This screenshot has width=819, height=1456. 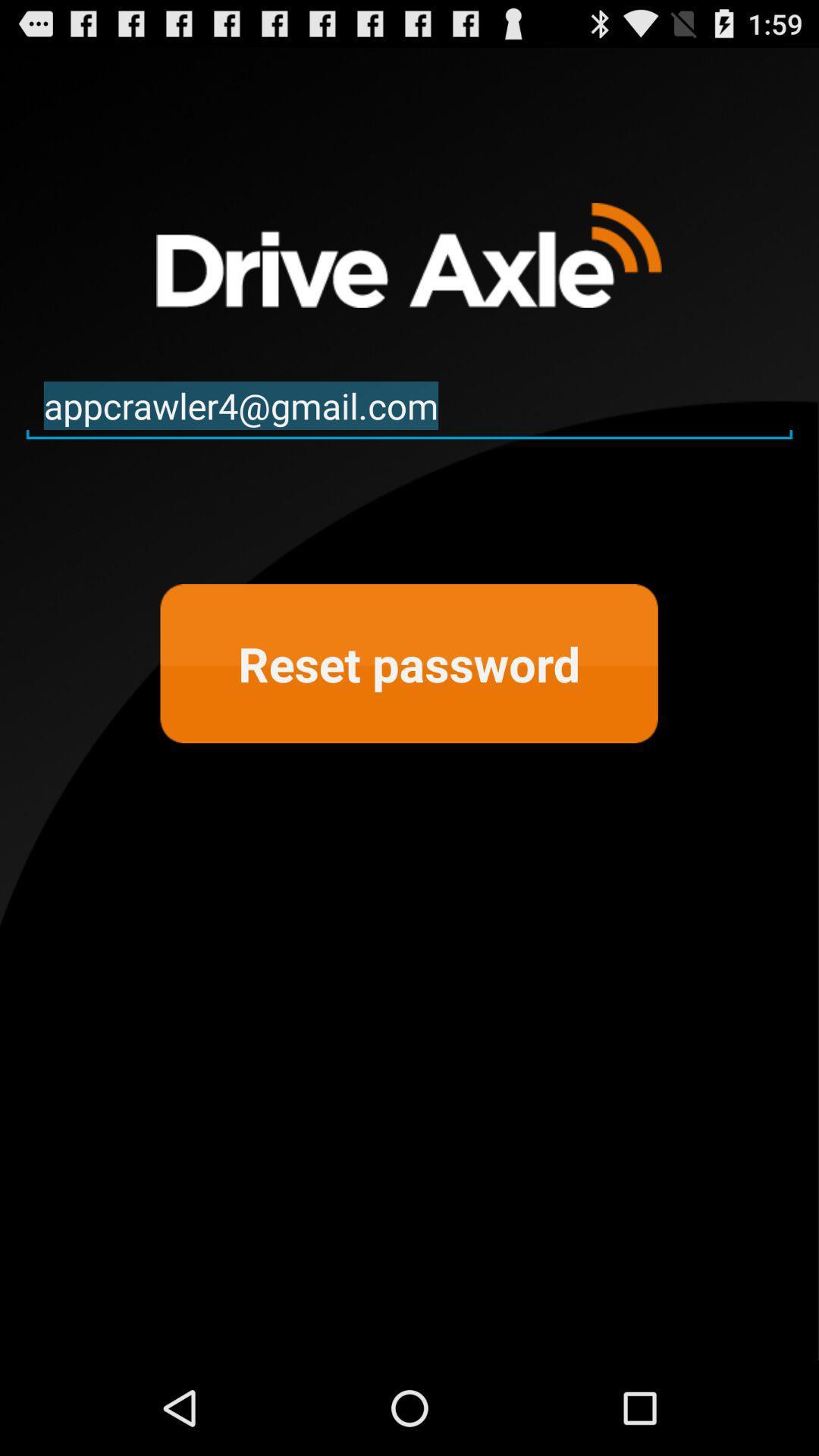 What do you see at coordinates (408, 664) in the screenshot?
I see `reset password` at bounding box center [408, 664].